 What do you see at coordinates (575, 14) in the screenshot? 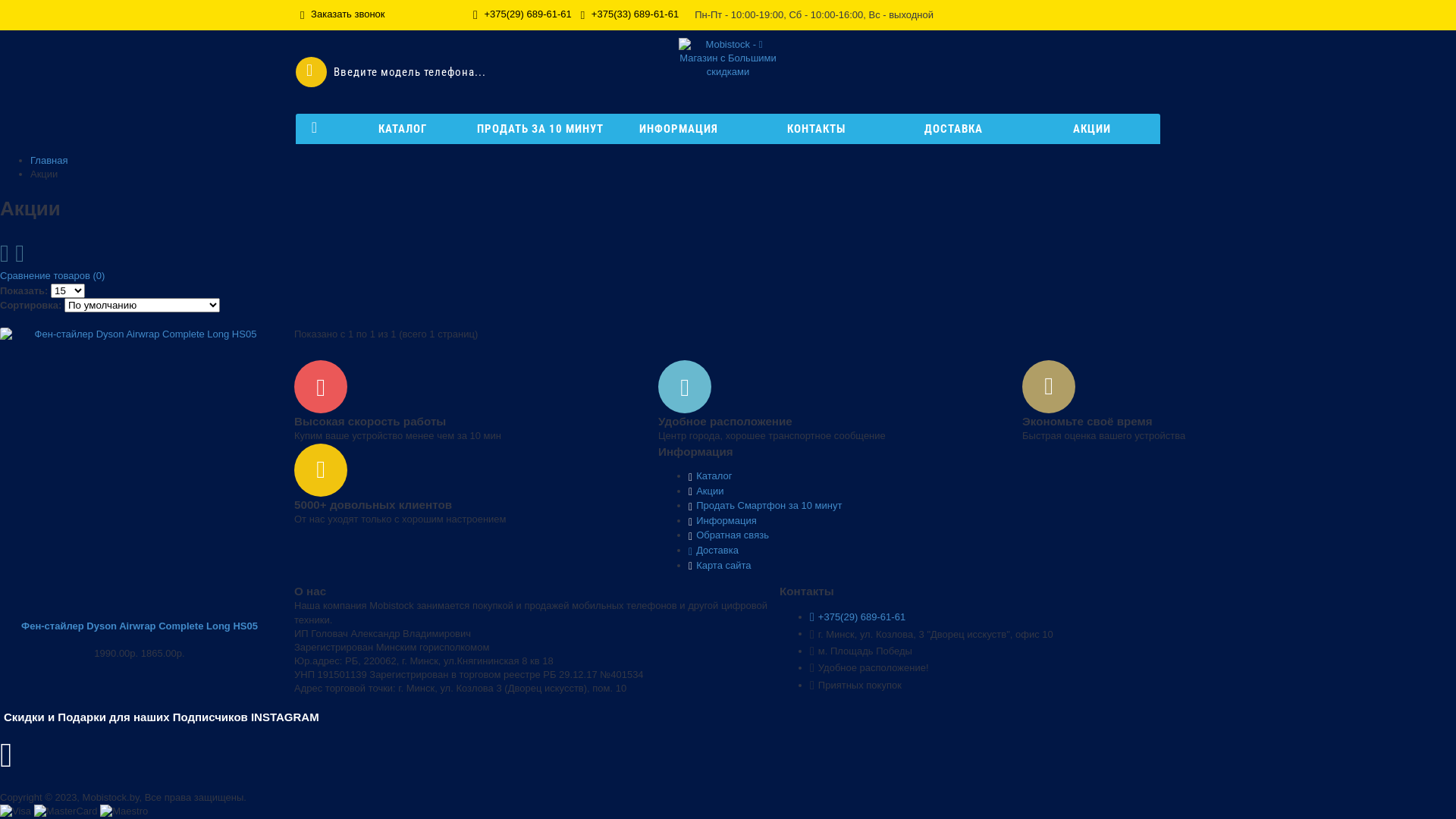
I see `'+375(33) 689-61-61'` at bounding box center [575, 14].